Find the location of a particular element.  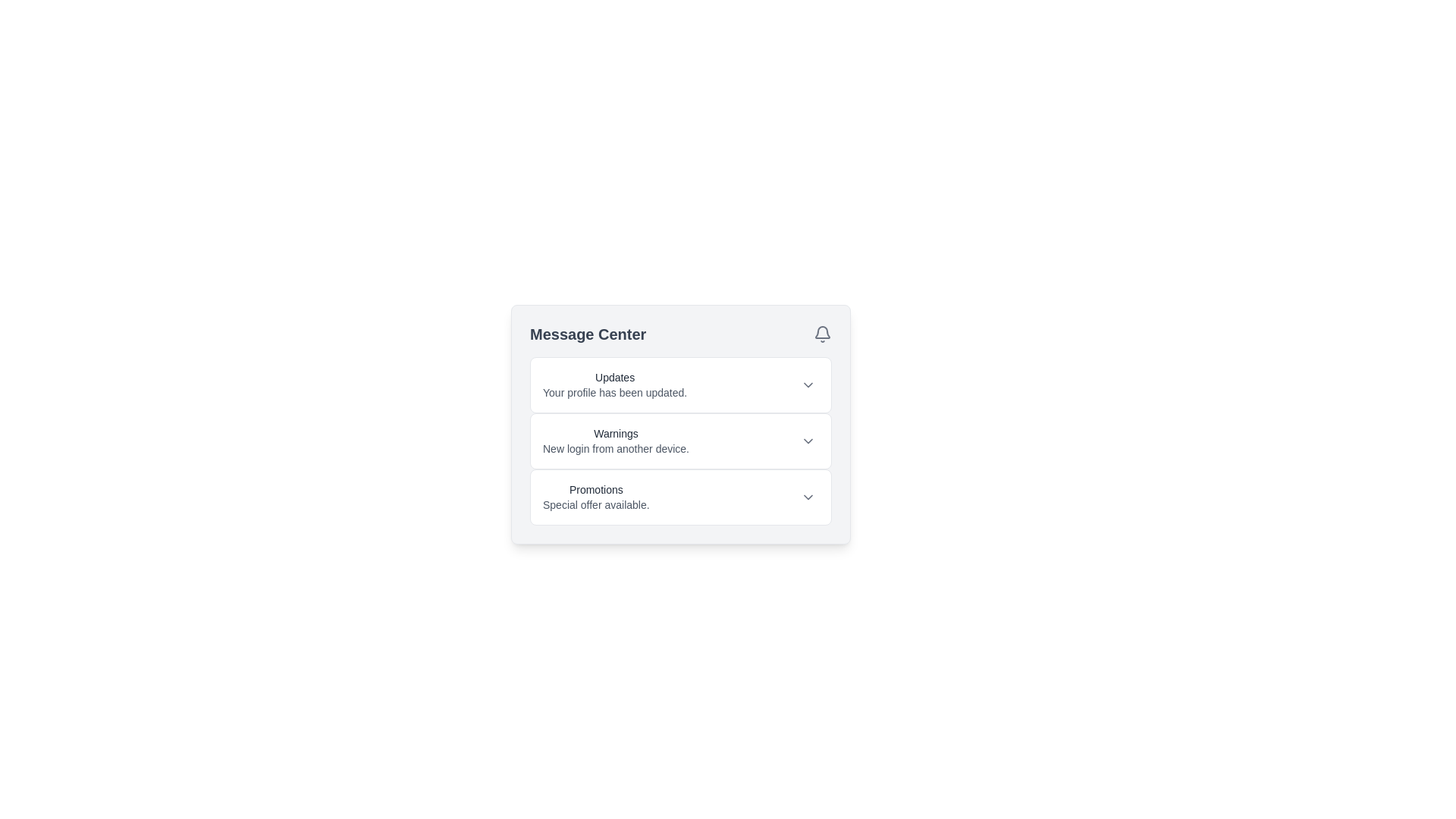

notification message in the 'Updates' notification block, which states 'Your profile has been updated.' is located at coordinates (679, 384).